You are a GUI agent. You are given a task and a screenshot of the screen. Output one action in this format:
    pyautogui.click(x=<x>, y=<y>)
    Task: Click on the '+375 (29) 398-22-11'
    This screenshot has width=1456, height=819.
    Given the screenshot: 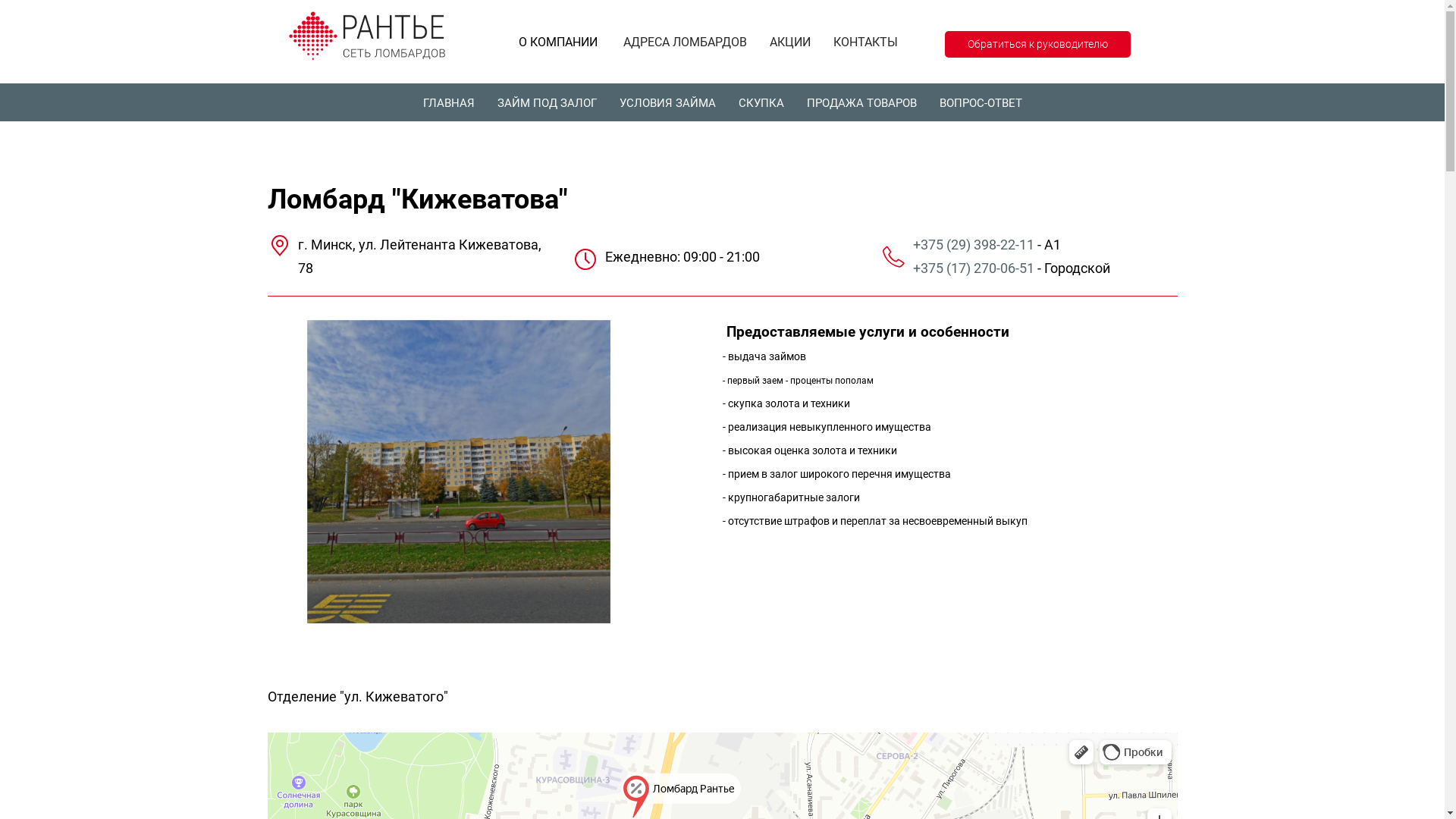 What is the action you would take?
    pyautogui.click(x=912, y=243)
    